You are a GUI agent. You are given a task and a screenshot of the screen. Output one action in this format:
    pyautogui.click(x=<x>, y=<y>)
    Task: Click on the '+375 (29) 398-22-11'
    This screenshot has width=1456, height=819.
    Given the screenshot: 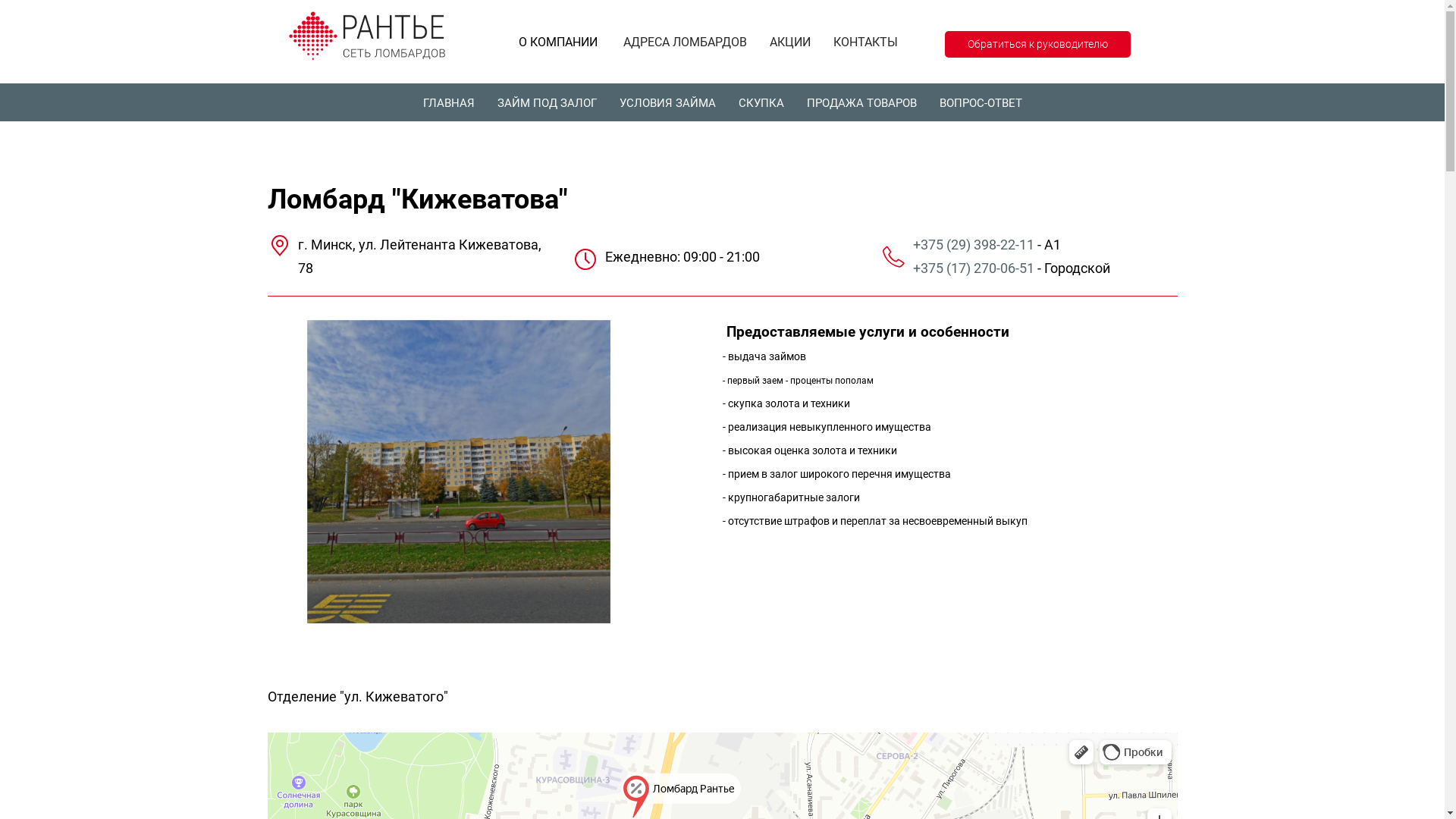 What is the action you would take?
    pyautogui.click(x=912, y=243)
    